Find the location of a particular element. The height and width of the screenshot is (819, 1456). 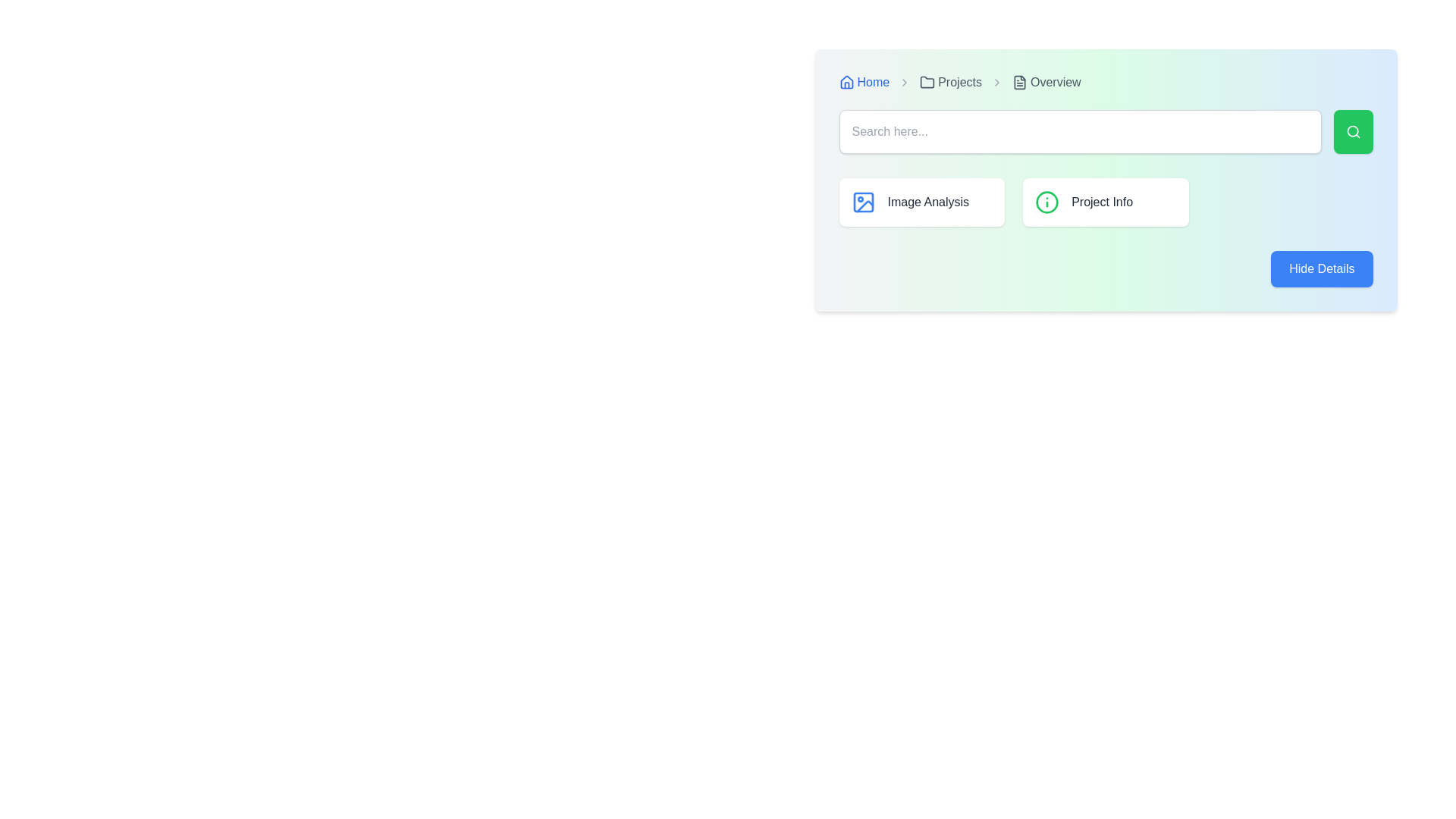

the circular lens element of the magnifying glass icon located to the right of the search bar is located at coordinates (1352, 130).